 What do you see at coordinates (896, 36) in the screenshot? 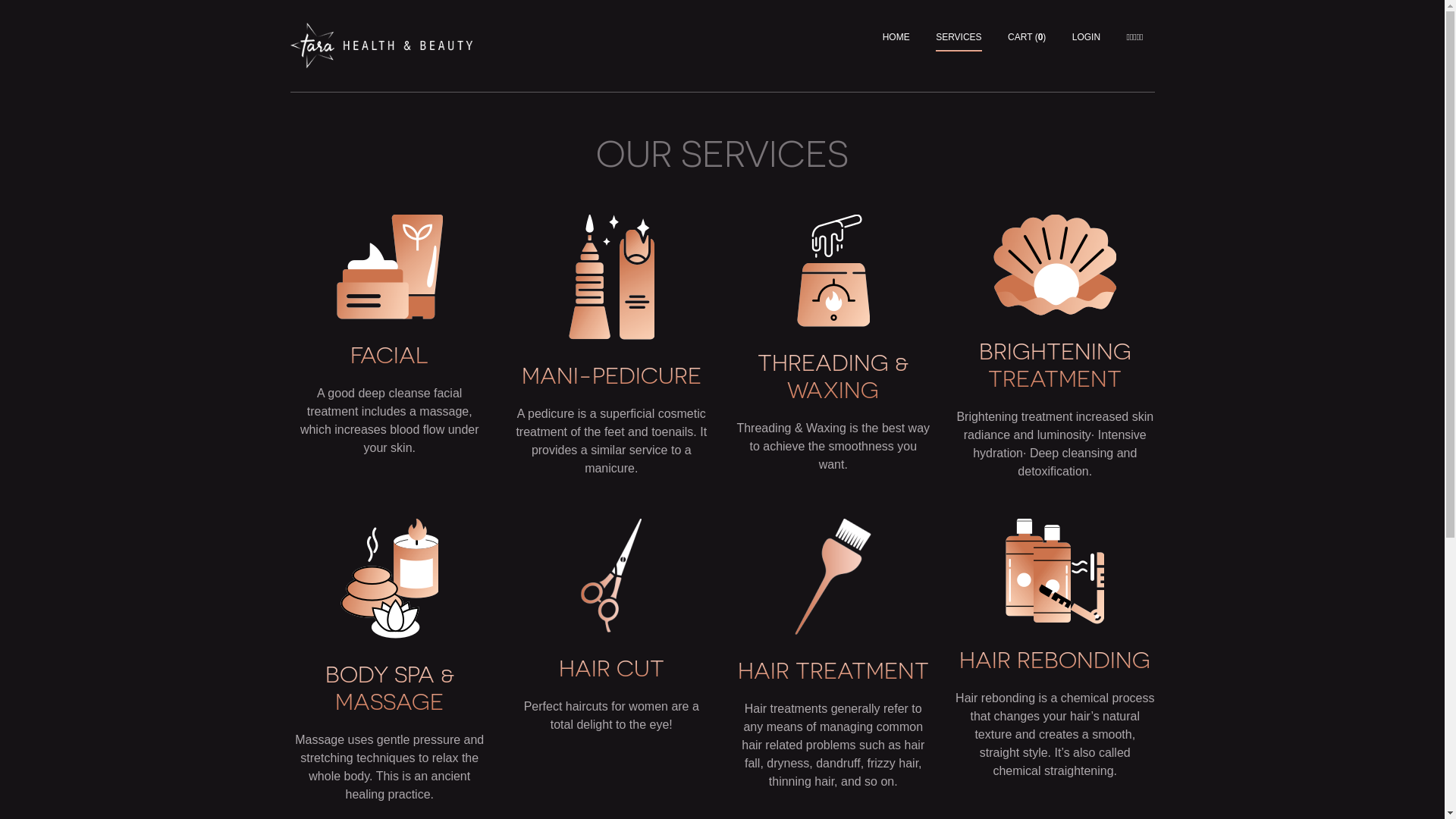
I see `'HOME'` at bounding box center [896, 36].